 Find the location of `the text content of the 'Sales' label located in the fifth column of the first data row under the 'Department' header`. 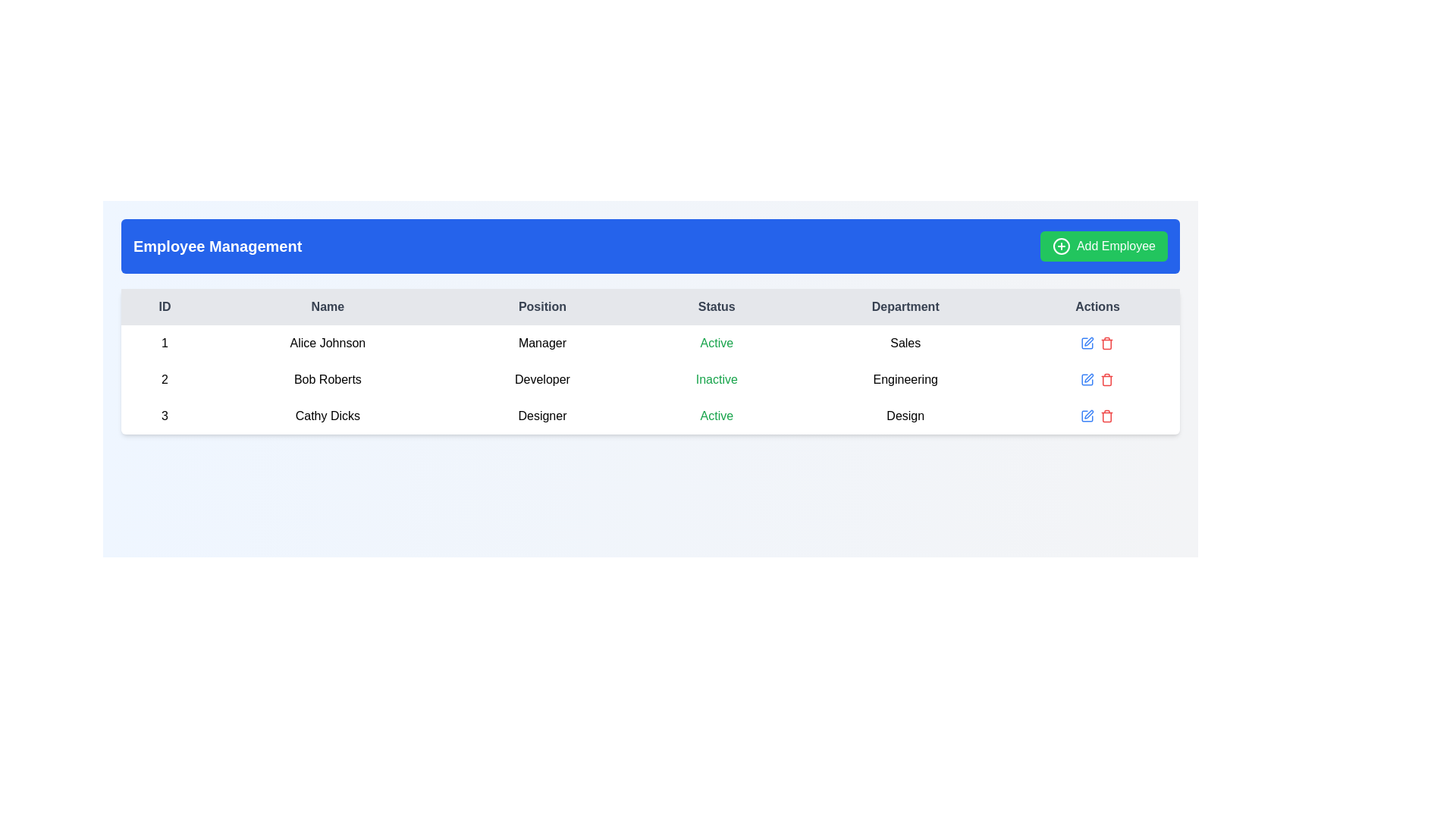

the text content of the 'Sales' label located in the fifth column of the first data row under the 'Department' header is located at coordinates (905, 343).